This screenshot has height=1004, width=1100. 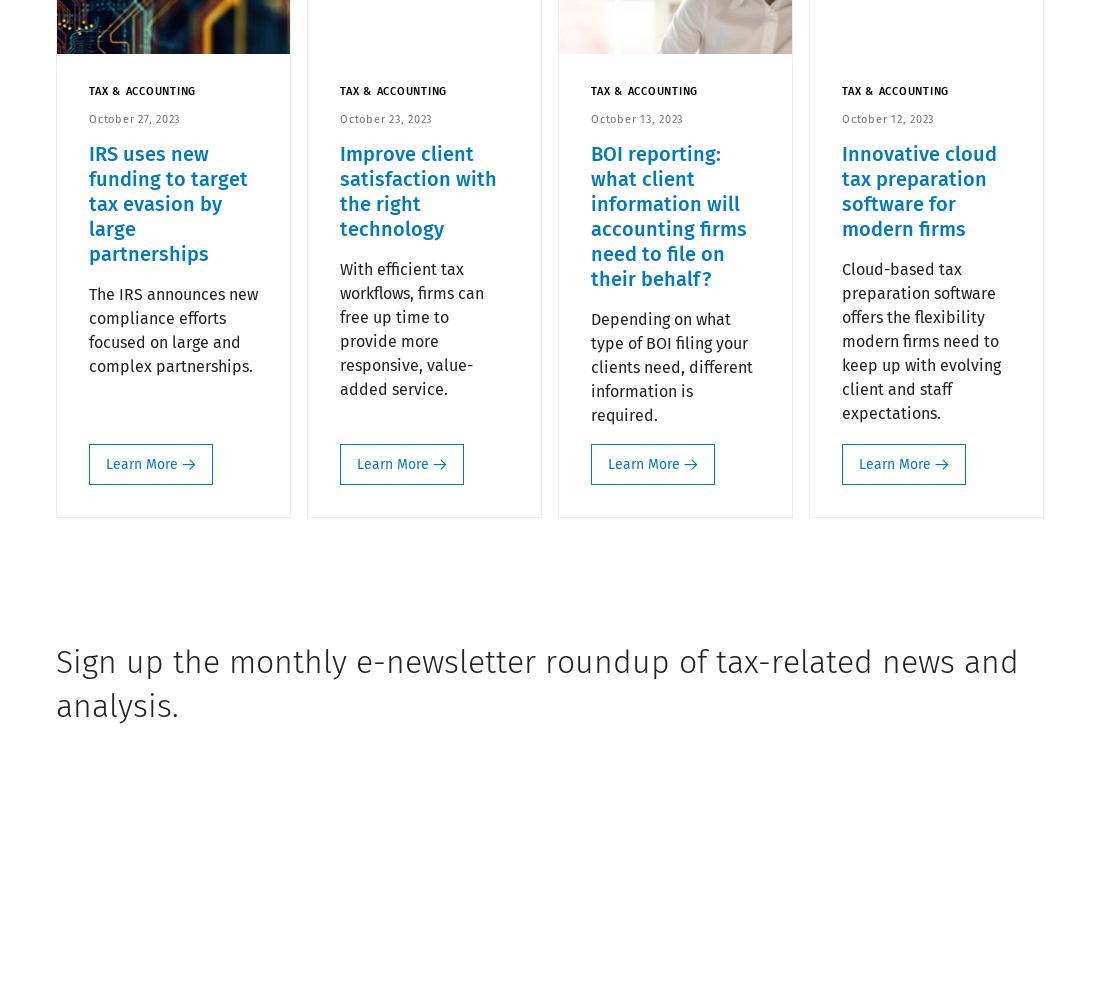 What do you see at coordinates (921, 340) in the screenshot?
I see `'Cloud-based tax preparation software offers the flexibility modern firms need to keep up with evolving client and staff expectations.'` at bounding box center [921, 340].